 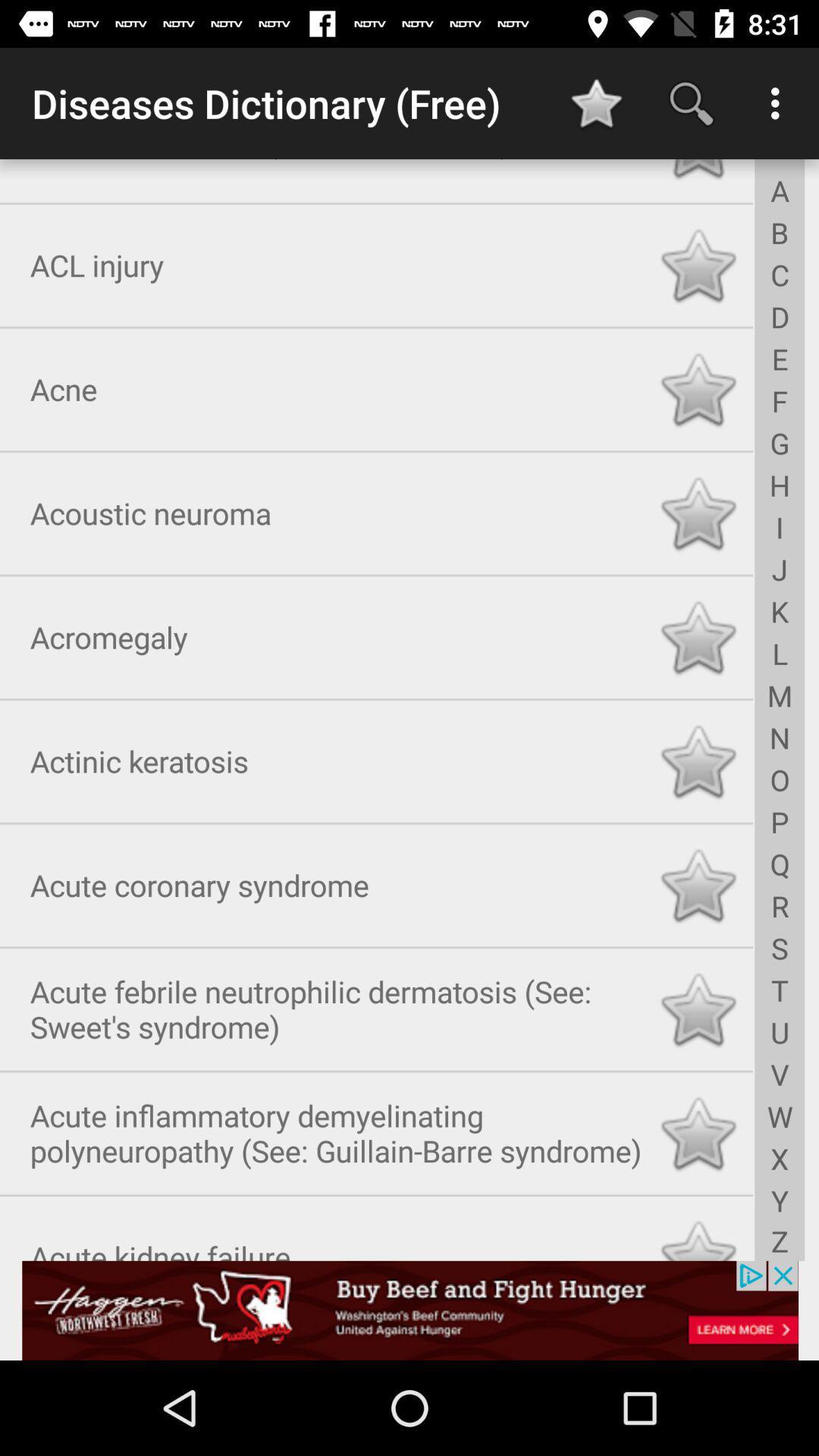 What do you see at coordinates (698, 882) in the screenshot?
I see `favourites` at bounding box center [698, 882].